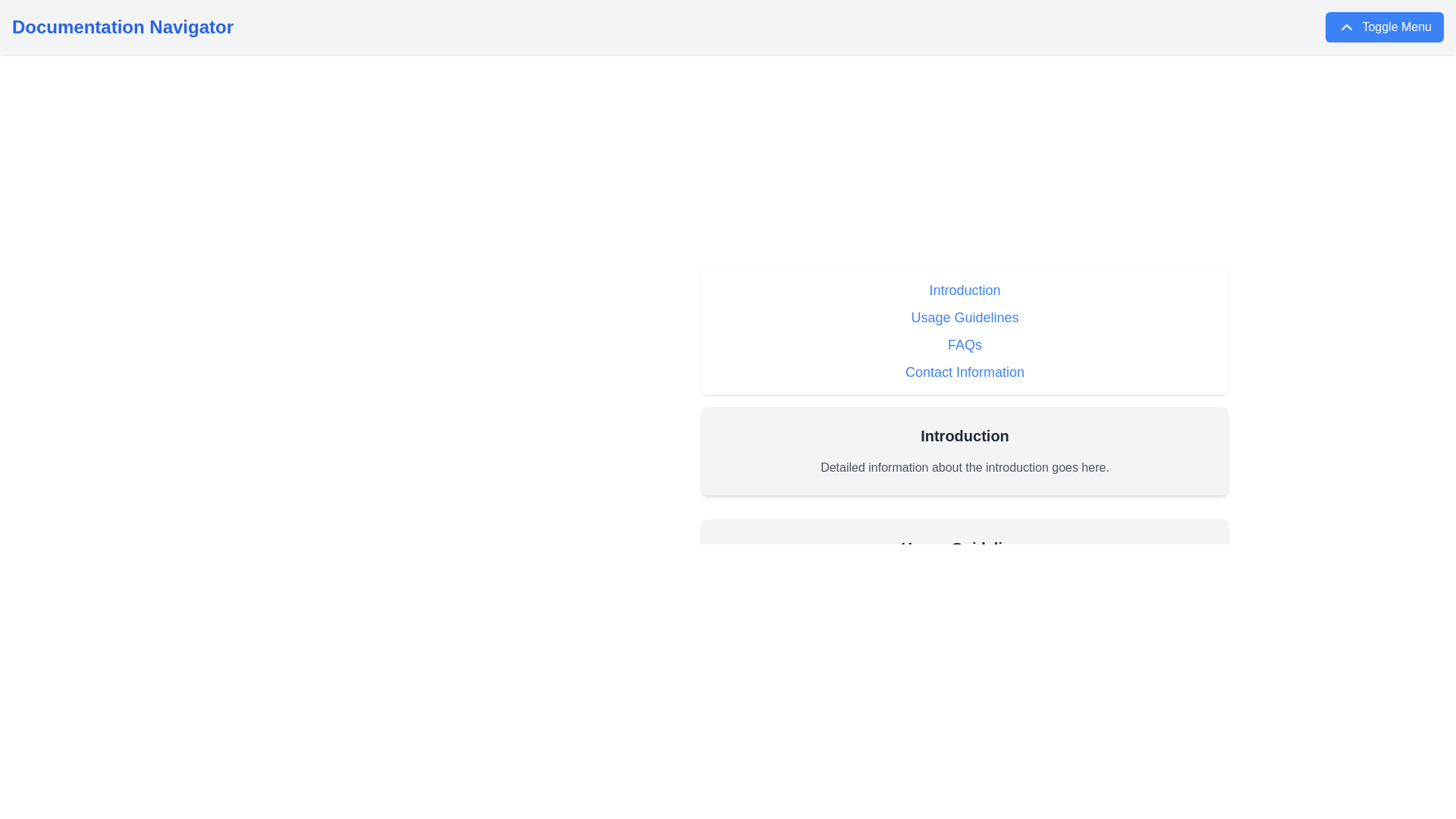 The width and height of the screenshot is (1456, 819). What do you see at coordinates (1347, 27) in the screenshot?
I see `the upward chevron icon located on the blue 'Toggle Menu' button in the top-right corner of the interface` at bounding box center [1347, 27].